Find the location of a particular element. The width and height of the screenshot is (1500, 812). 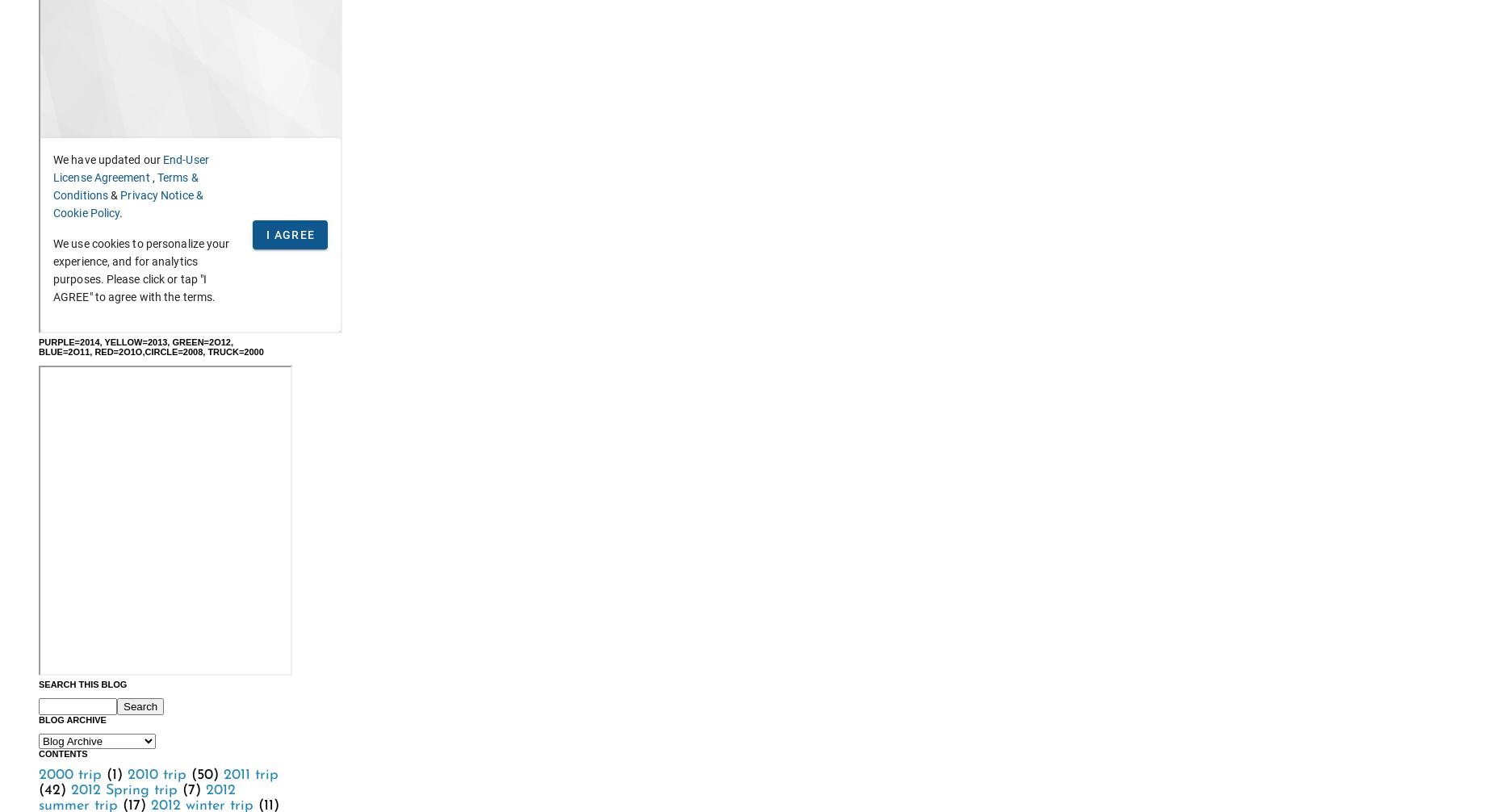

'purple=2014, yellow=2013, green=2O12, blue=2O11, red=2O1O,Circle=2008, truck=2000' is located at coordinates (149, 345).